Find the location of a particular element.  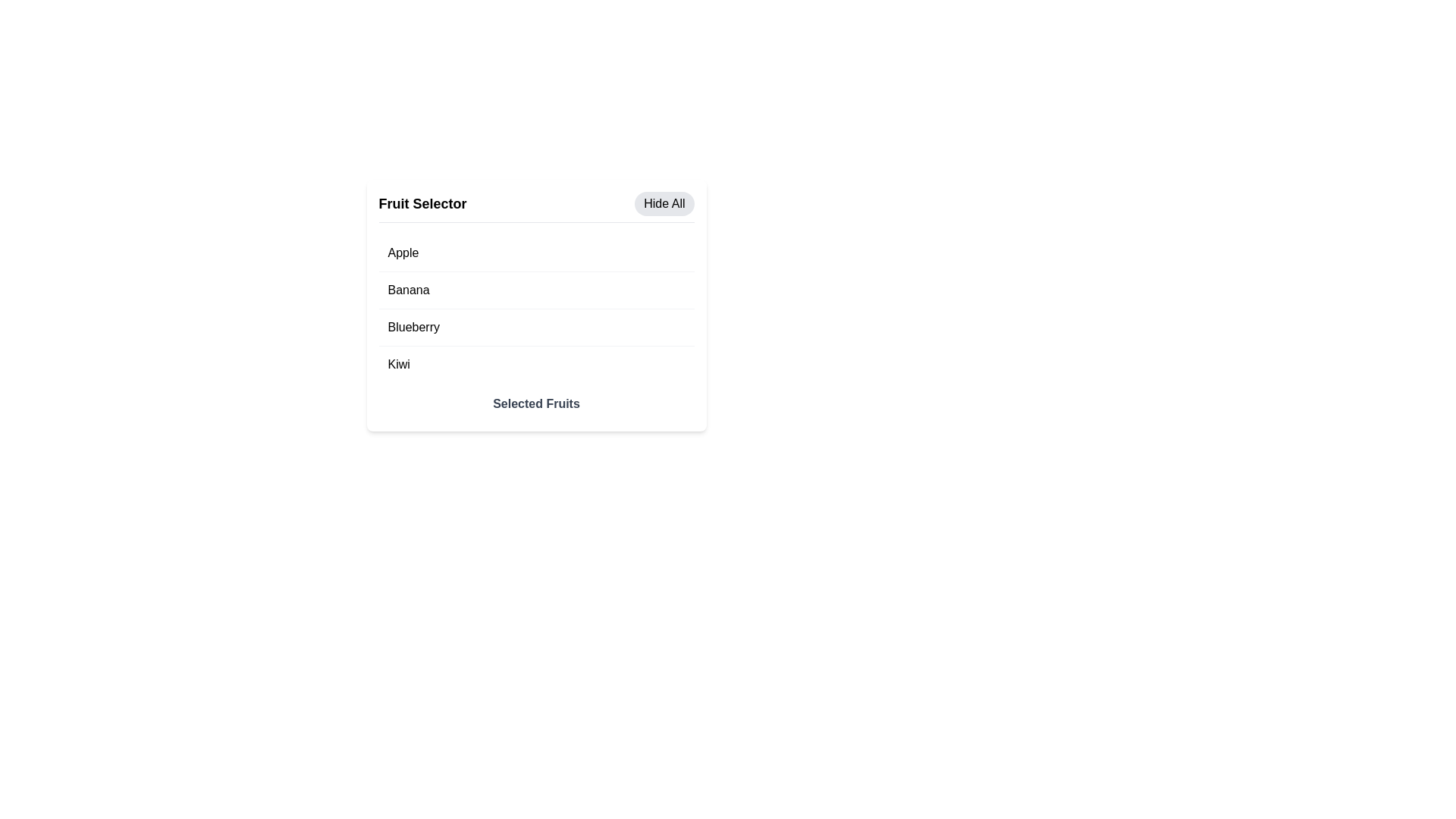

the Text label that serves as the title for the fruit selection interface, located at the top-left corner of its containing section, aligned with the 'Hide All' button is located at coordinates (422, 203).